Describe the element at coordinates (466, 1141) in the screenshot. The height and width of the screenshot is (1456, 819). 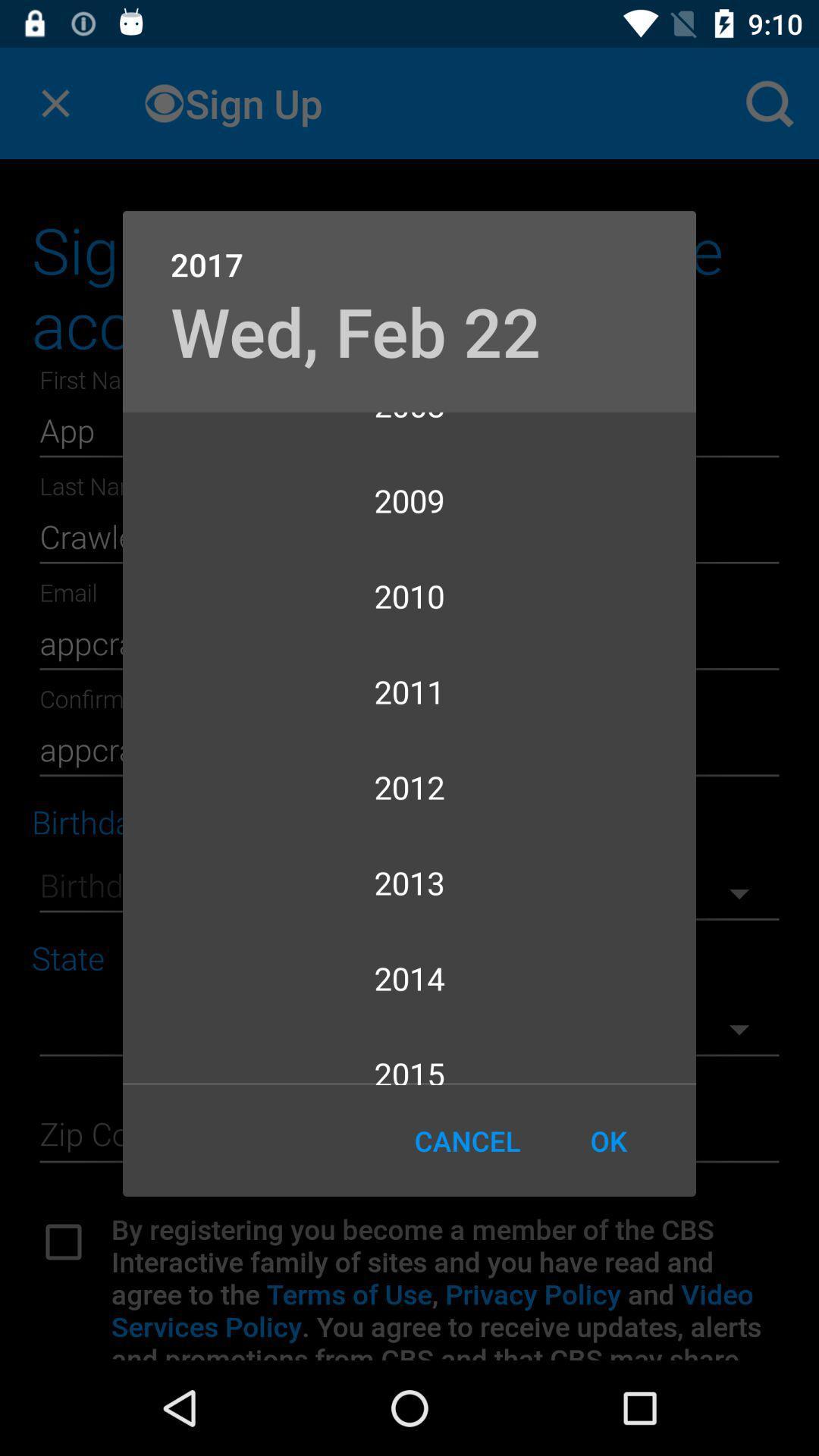
I see `icon below 2015 icon` at that location.